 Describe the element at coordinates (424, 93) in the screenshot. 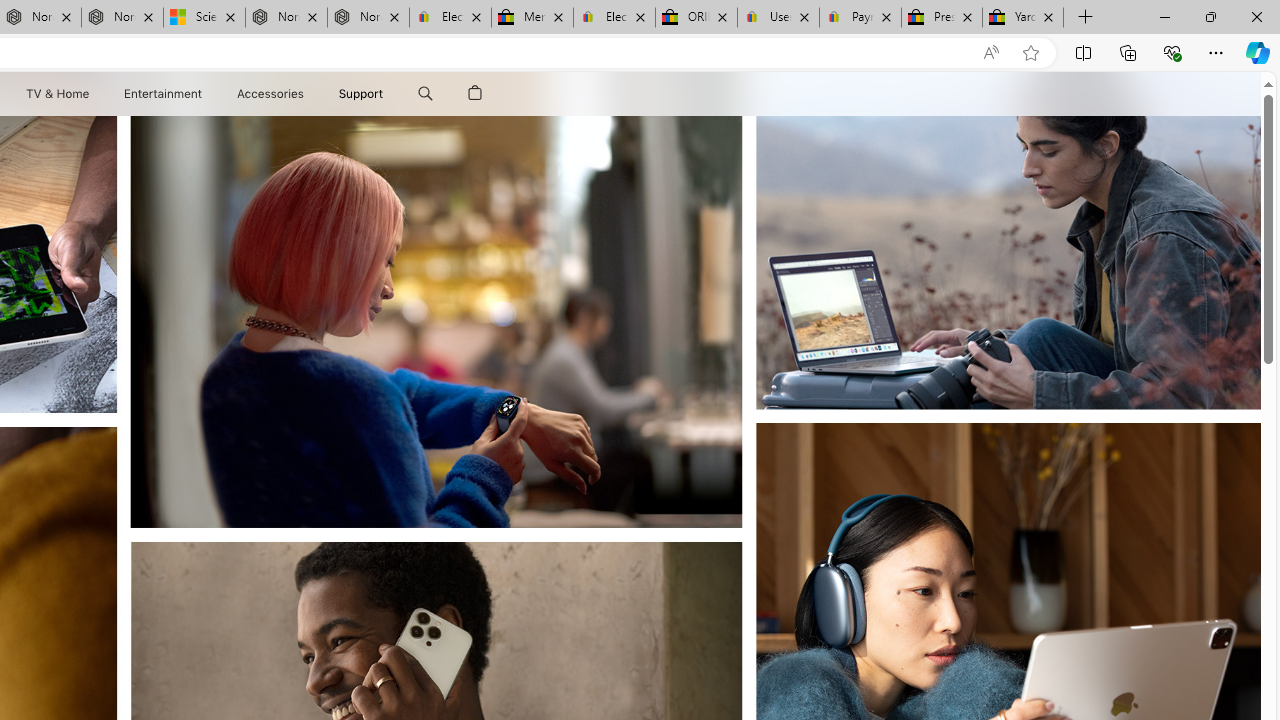

I see `'Search Support'` at that location.